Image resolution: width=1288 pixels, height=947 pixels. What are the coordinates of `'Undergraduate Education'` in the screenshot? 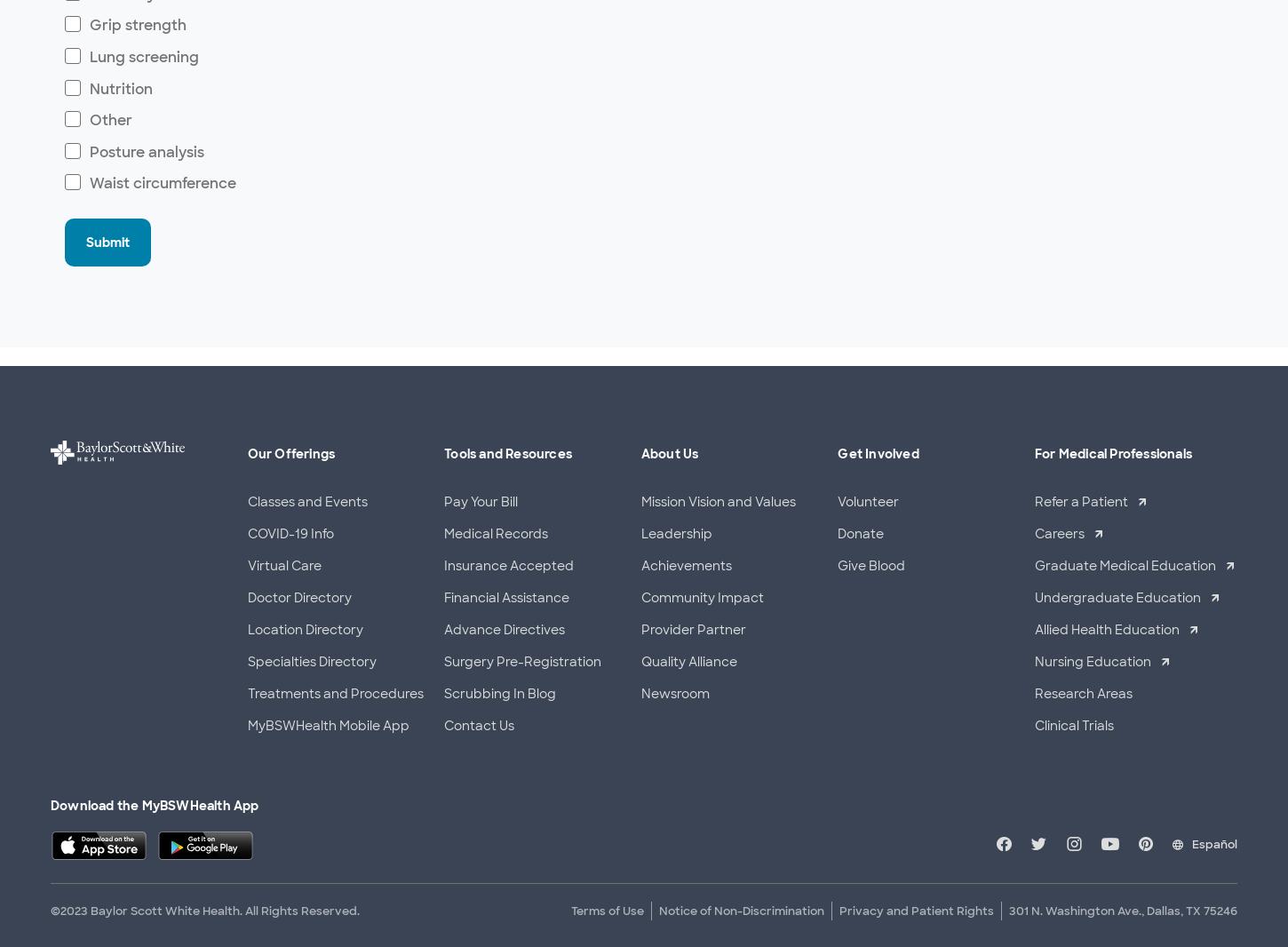 It's located at (1033, 596).